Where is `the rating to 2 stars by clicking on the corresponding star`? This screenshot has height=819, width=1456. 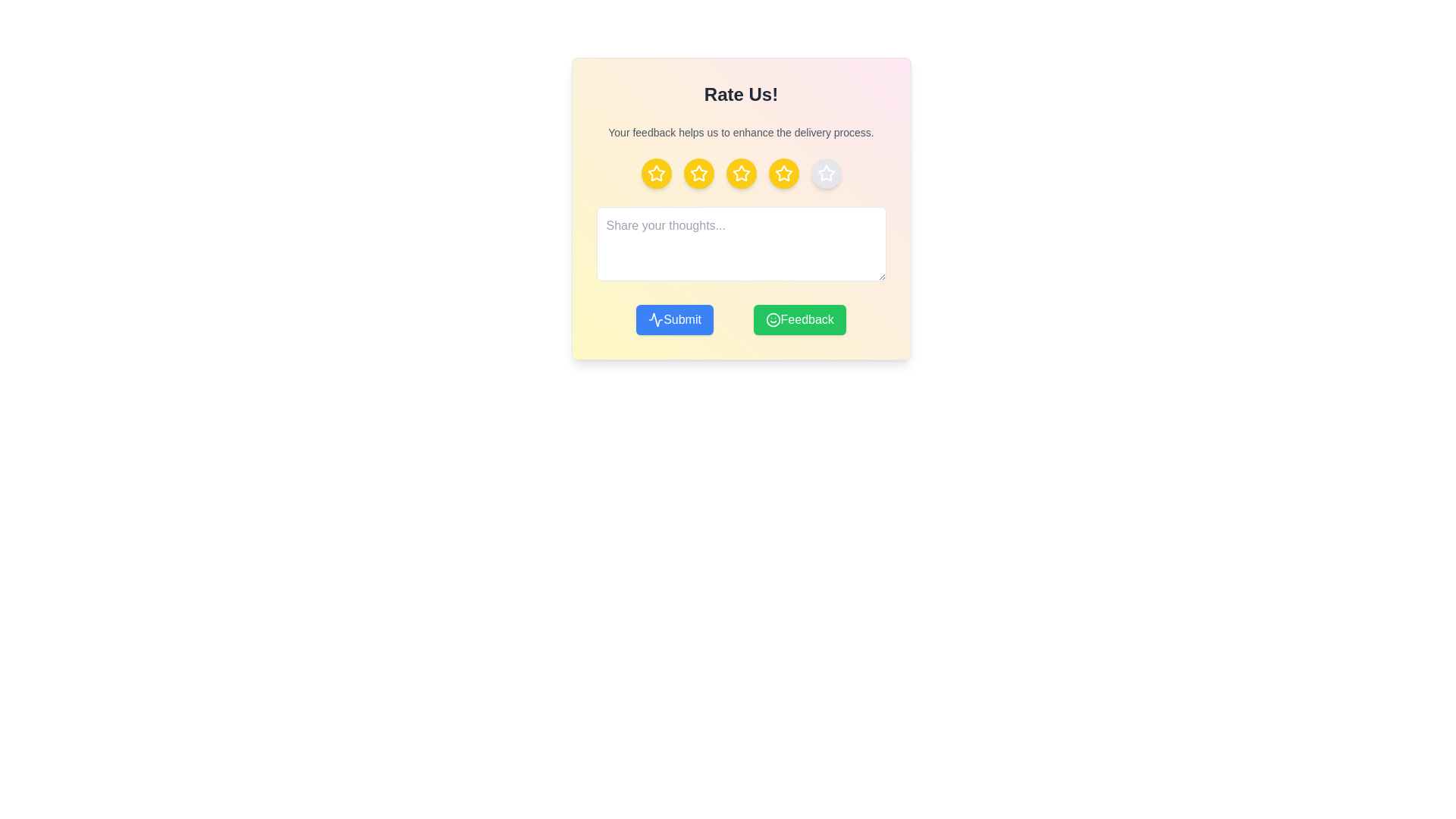 the rating to 2 stars by clicking on the corresponding star is located at coordinates (698, 172).